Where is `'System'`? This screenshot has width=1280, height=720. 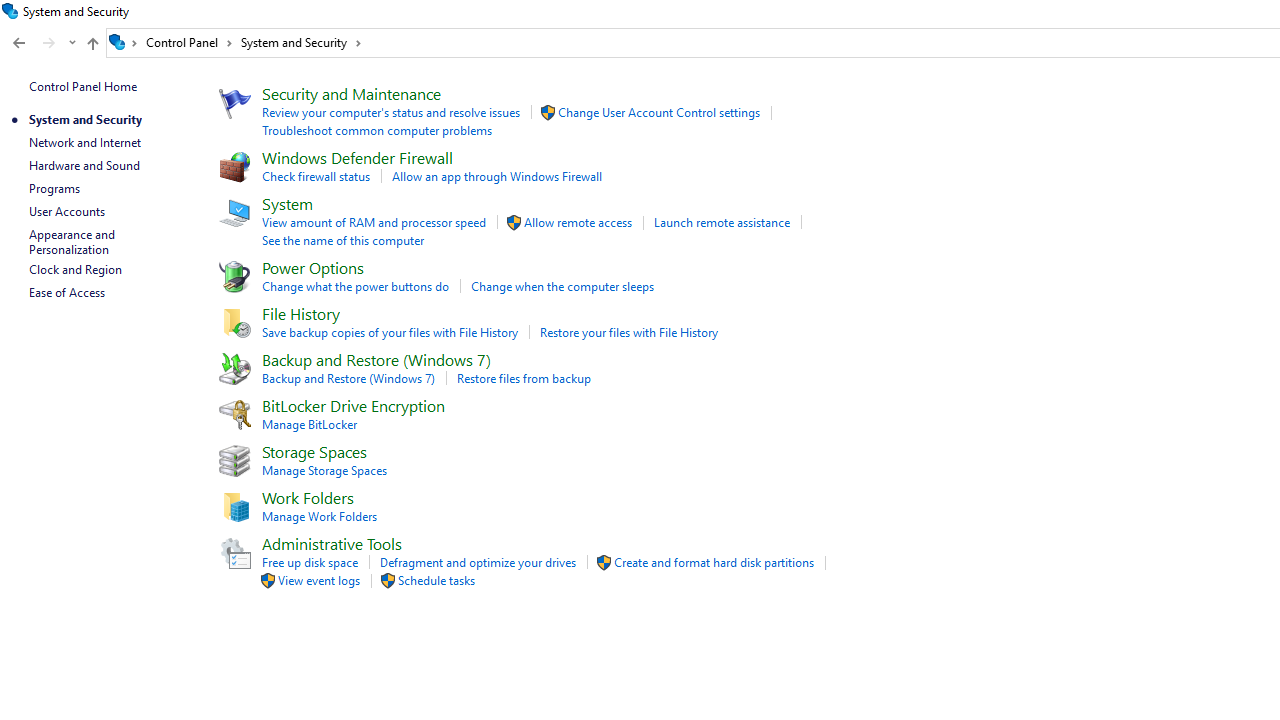
'System' is located at coordinates (286, 203).